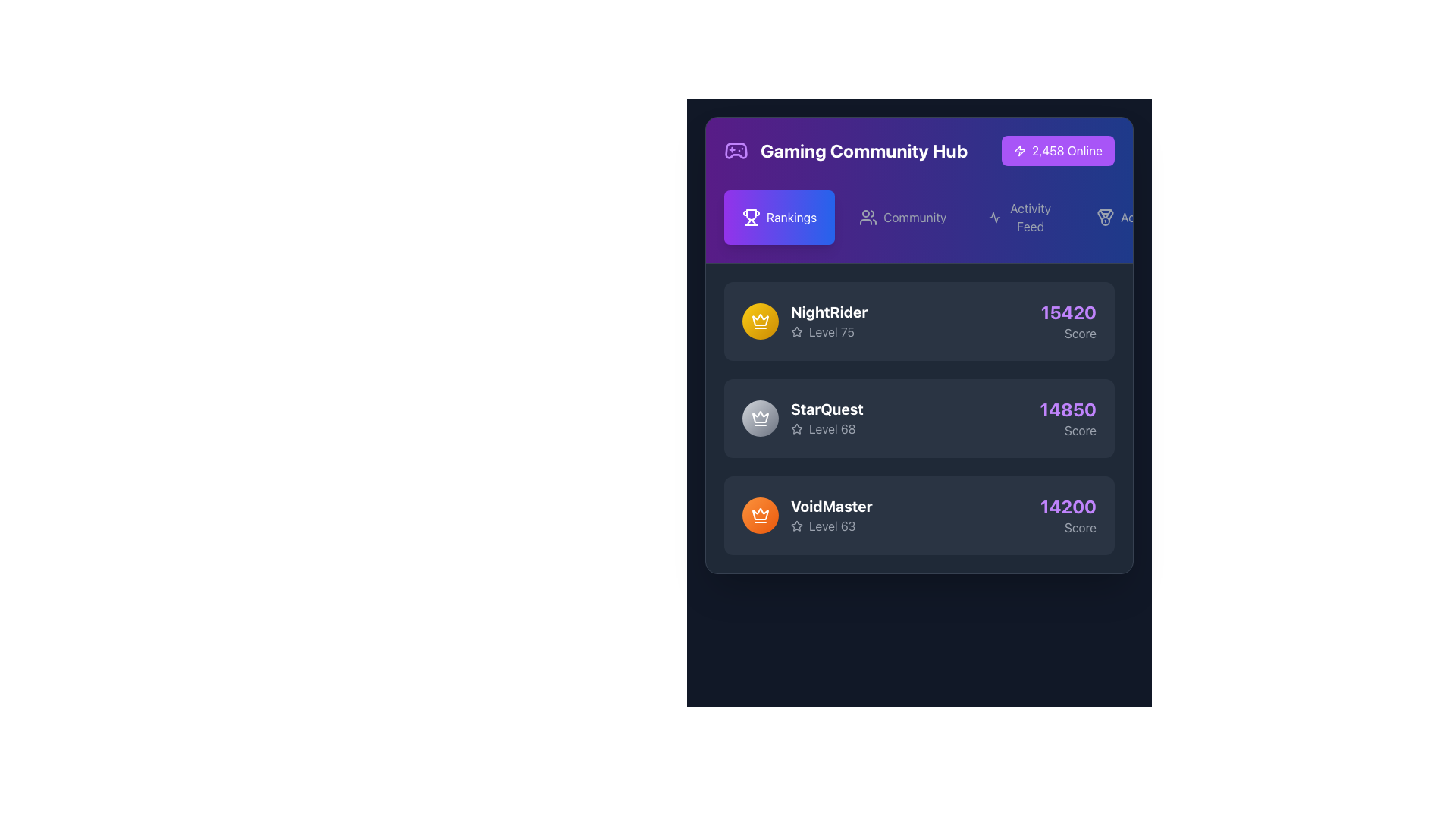 This screenshot has width=1456, height=819. Describe the element at coordinates (828, 321) in the screenshot. I see `the leaderboard entry displaying 'NightRider' and 'Level 75' along with the star icon` at that location.